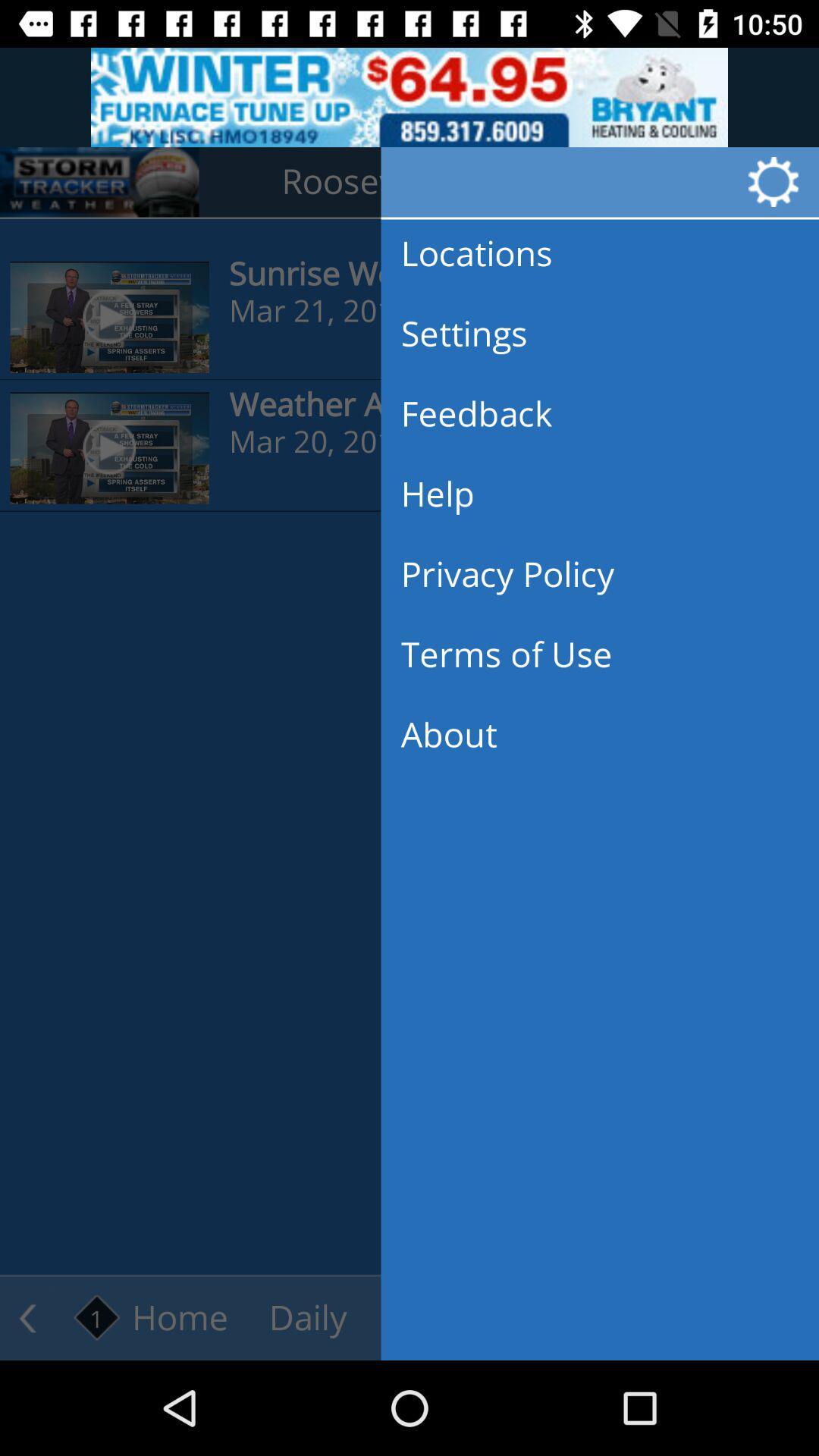 Image resolution: width=819 pixels, height=1456 pixels. What do you see at coordinates (152, 1317) in the screenshot?
I see `home button from down` at bounding box center [152, 1317].